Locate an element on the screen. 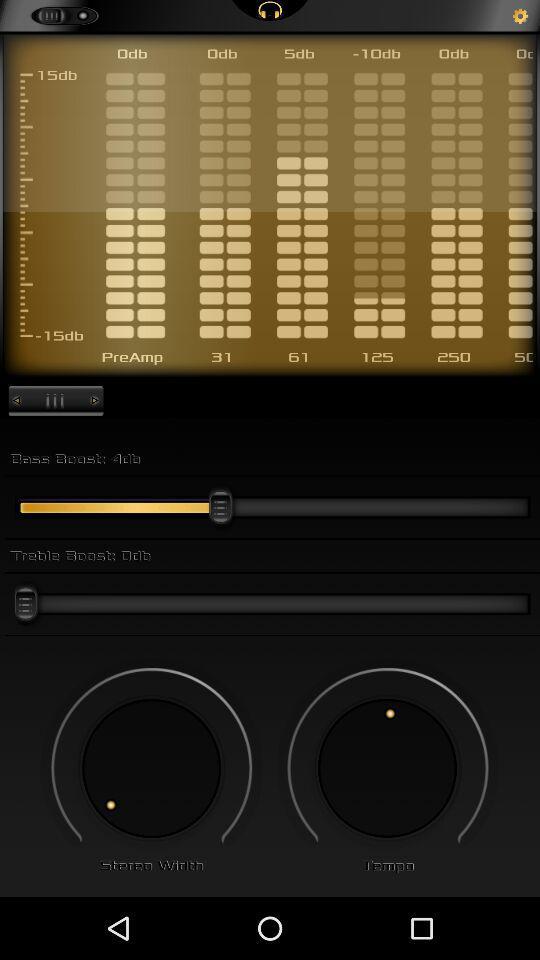  switch the speeker is located at coordinates (387, 767).